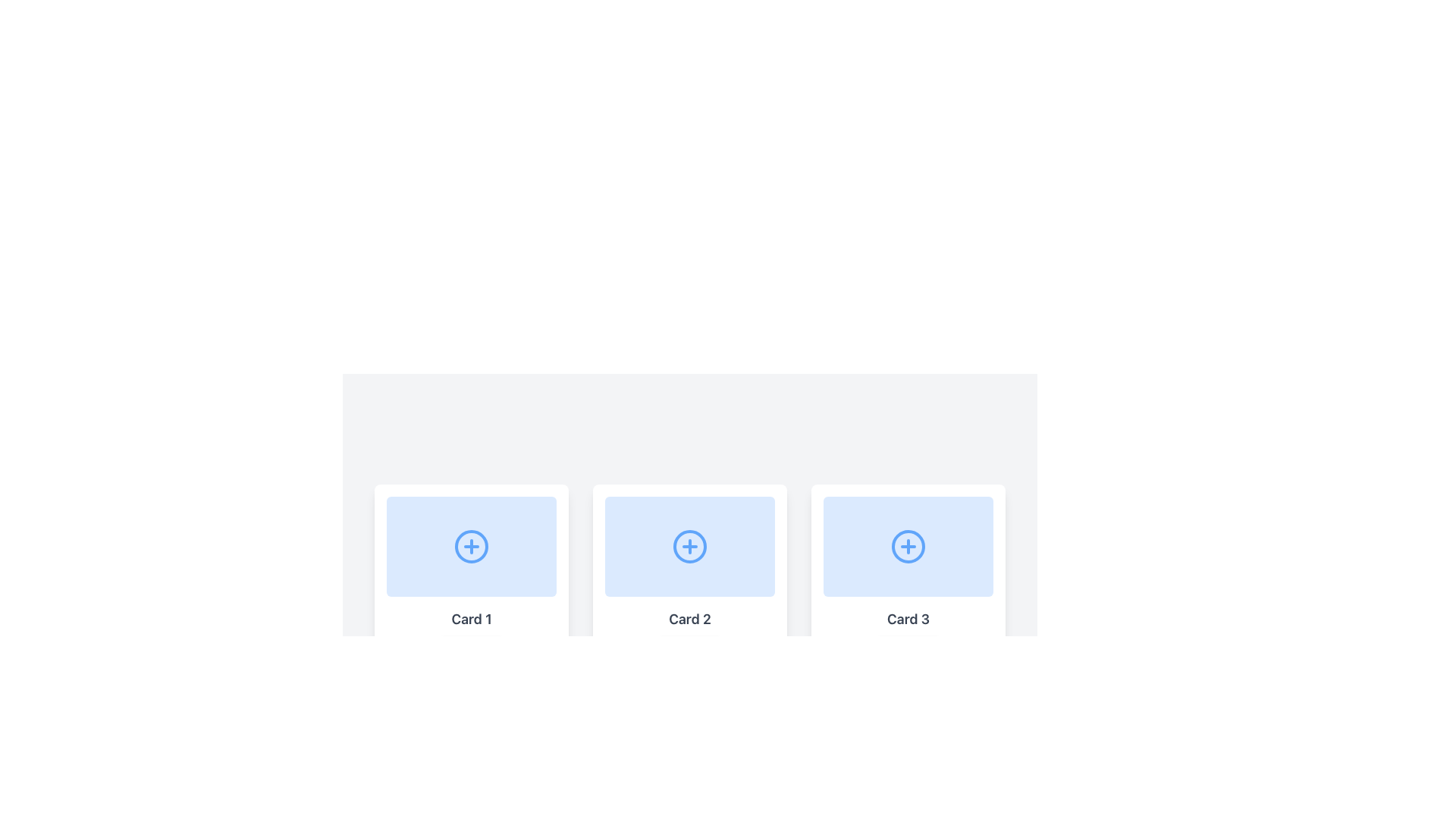  I want to click on the icon button located at the center of the second card in a horizontal sequence of three cards, so click(689, 547).